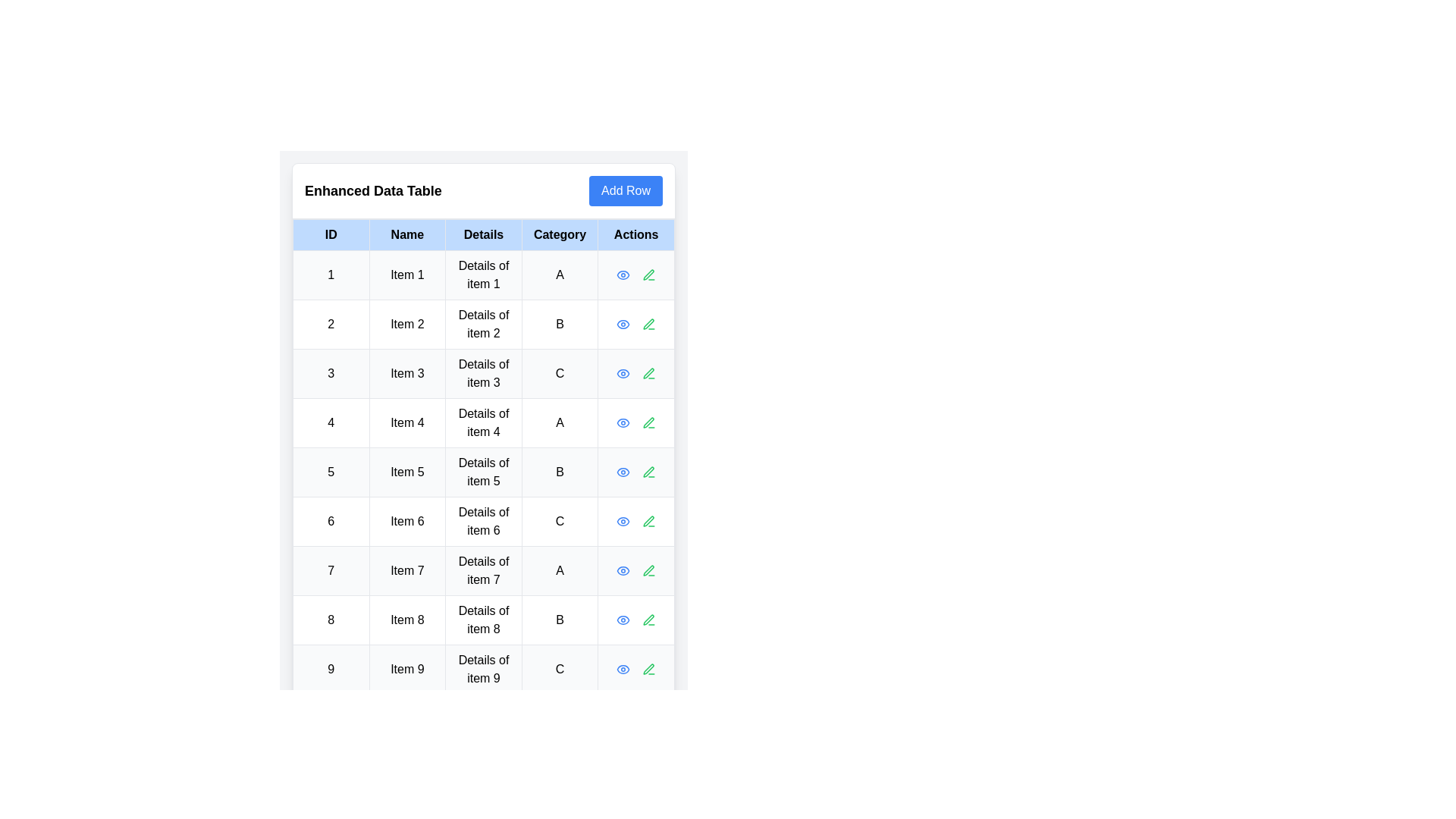  I want to click on the pen icon with a green outline located in the 'Actions' column corresponding to 'Item 8' to initiate an editing operation, so click(648, 620).